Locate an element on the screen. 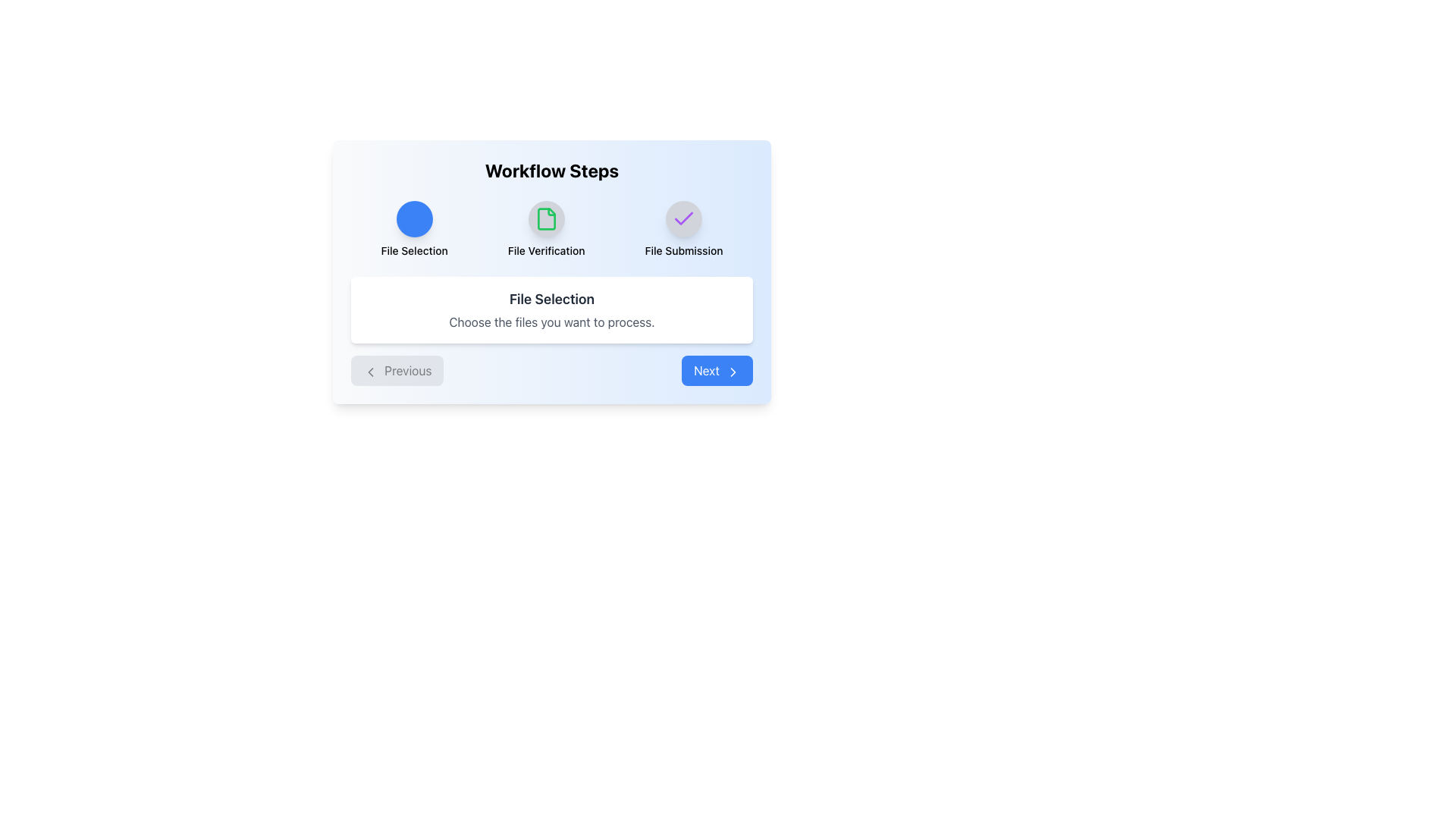  the directional indicator SVG icon located on the far right side of the 'Next' button within the 'Workflow Steps' section is located at coordinates (733, 371).